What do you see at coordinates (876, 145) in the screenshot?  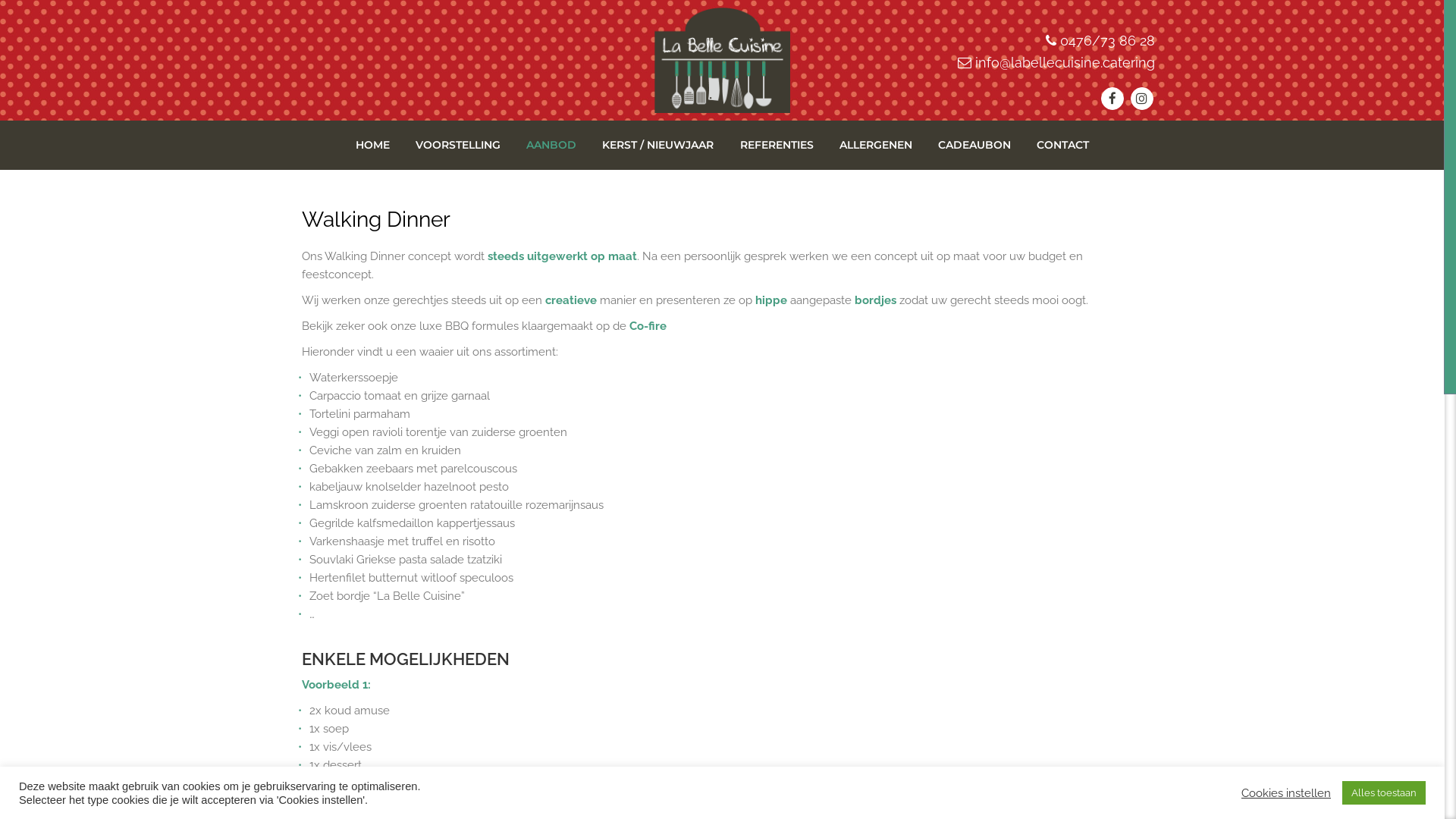 I see `'ALLERGENEN'` at bounding box center [876, 145].